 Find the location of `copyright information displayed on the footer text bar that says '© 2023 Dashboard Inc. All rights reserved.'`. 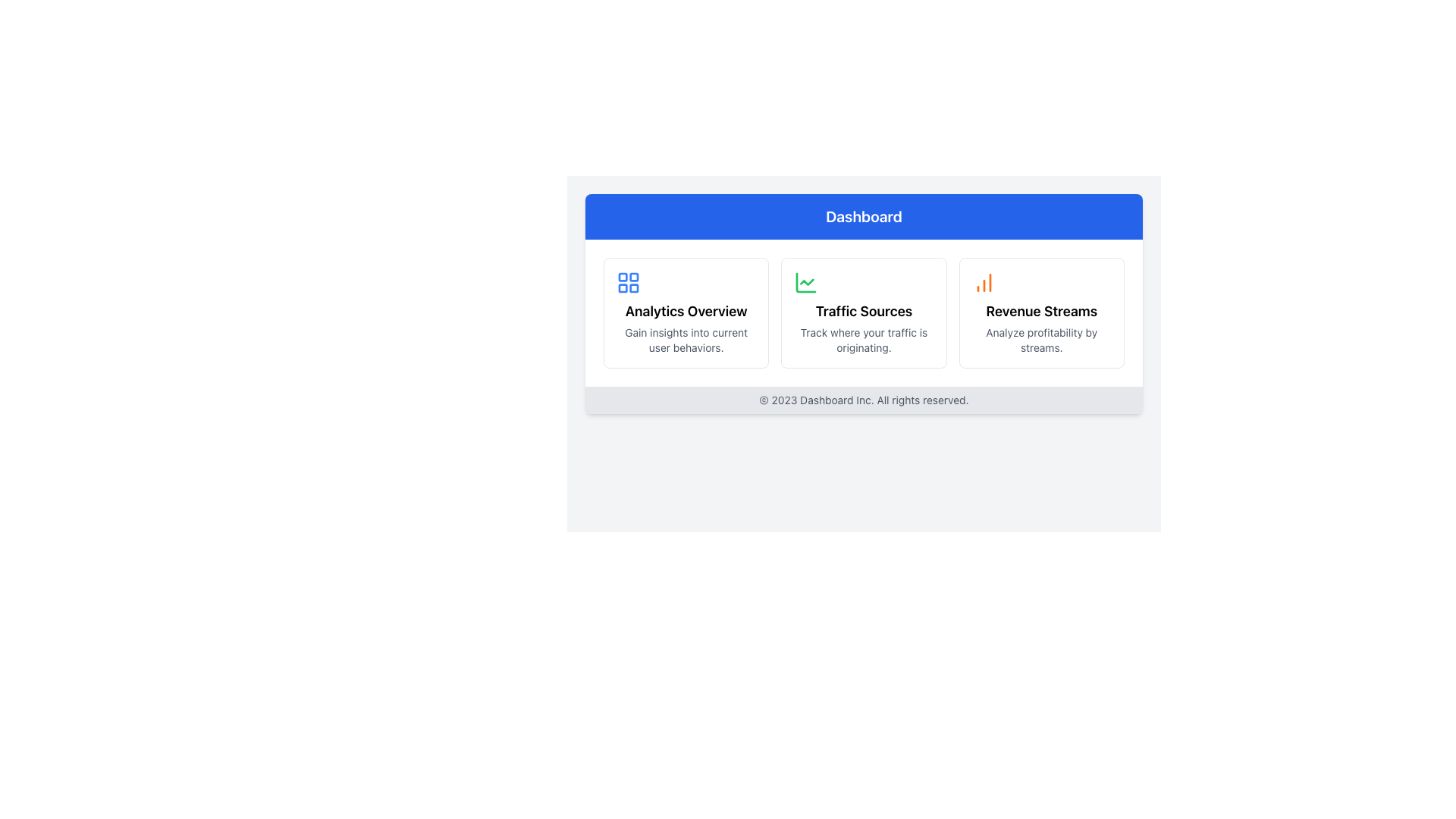

copyright information displayed on the footer text bar that says '© 2023 Dashboard Inc. All rights reserved.' is located at coordinates (864, 400).